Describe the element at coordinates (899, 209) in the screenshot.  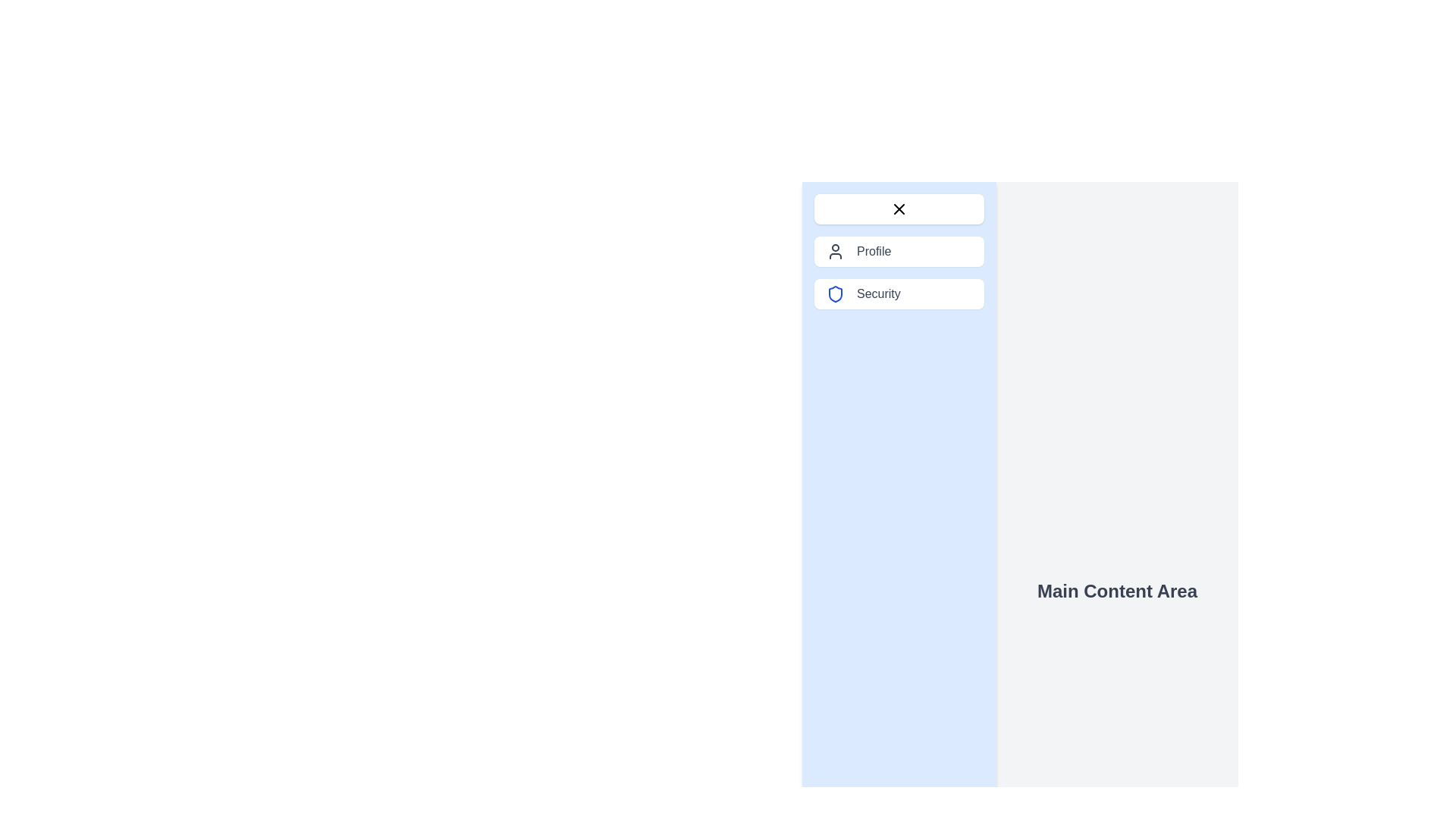
I see `the close button located at the top of the blue side panel` at that location.